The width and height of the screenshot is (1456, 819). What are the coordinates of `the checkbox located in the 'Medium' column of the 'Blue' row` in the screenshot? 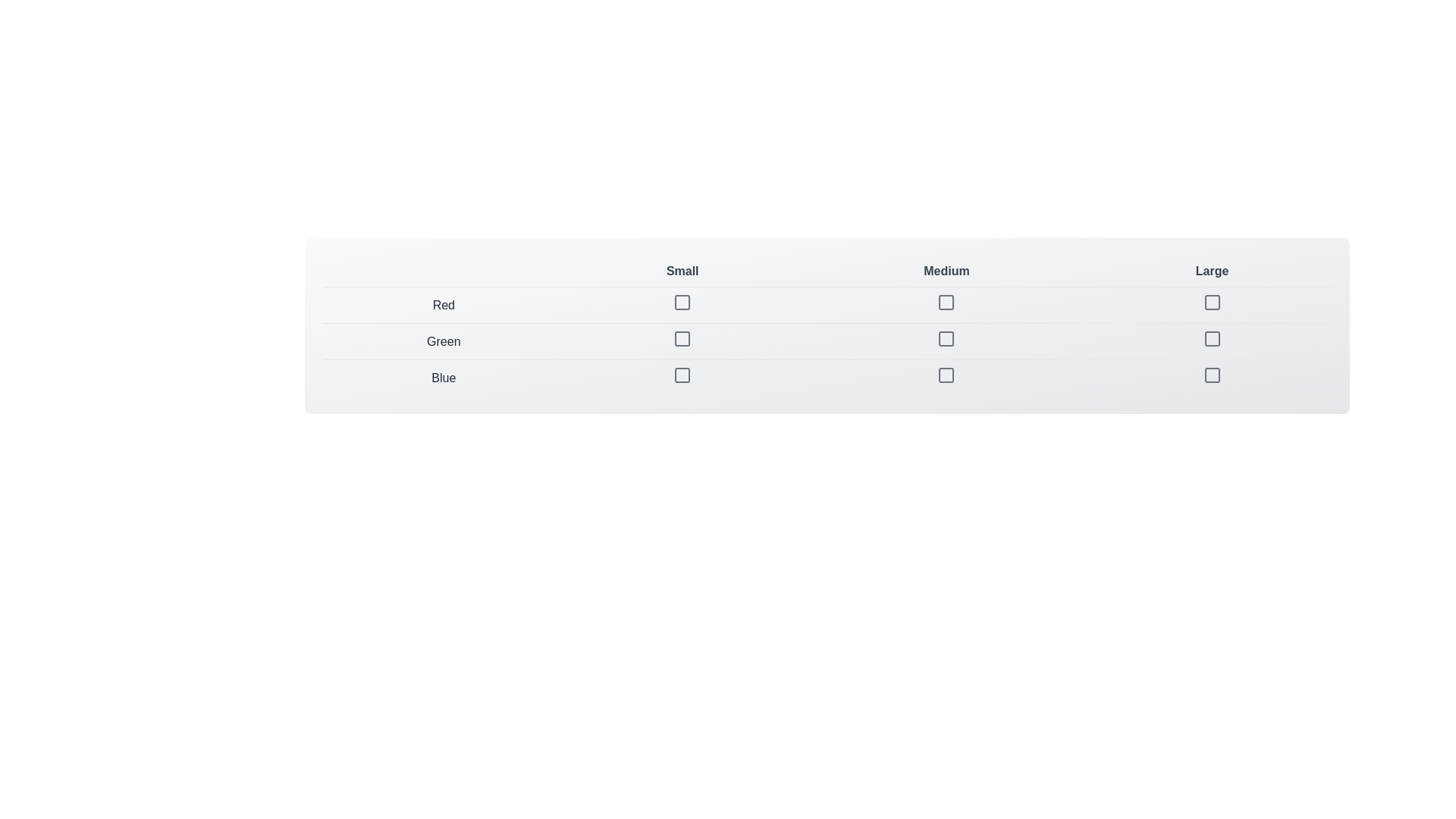 It's located at (946, 375).